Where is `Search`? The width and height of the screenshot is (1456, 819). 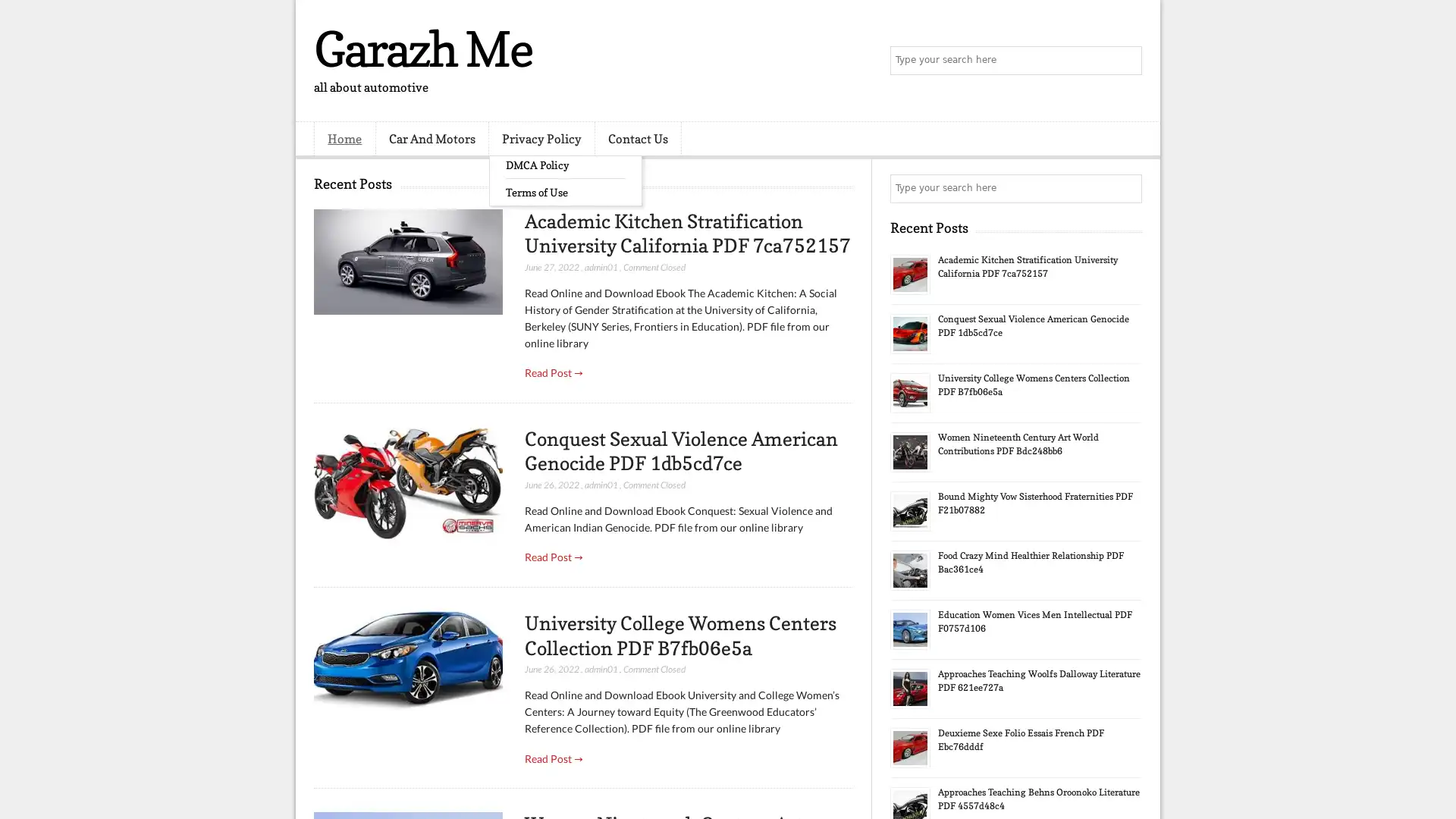 Search is located at coordinates (1126, 61).